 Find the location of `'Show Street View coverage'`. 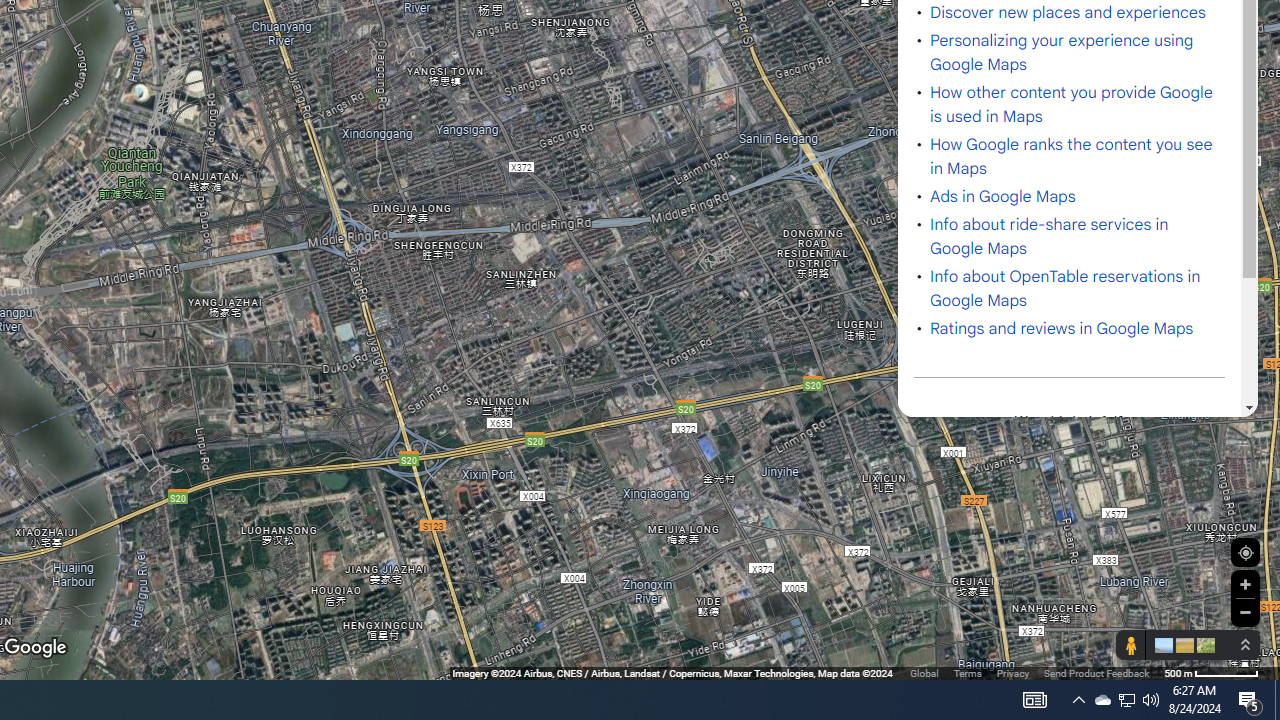

'Show Street View coverage' is located at coordinates (1130, 645).